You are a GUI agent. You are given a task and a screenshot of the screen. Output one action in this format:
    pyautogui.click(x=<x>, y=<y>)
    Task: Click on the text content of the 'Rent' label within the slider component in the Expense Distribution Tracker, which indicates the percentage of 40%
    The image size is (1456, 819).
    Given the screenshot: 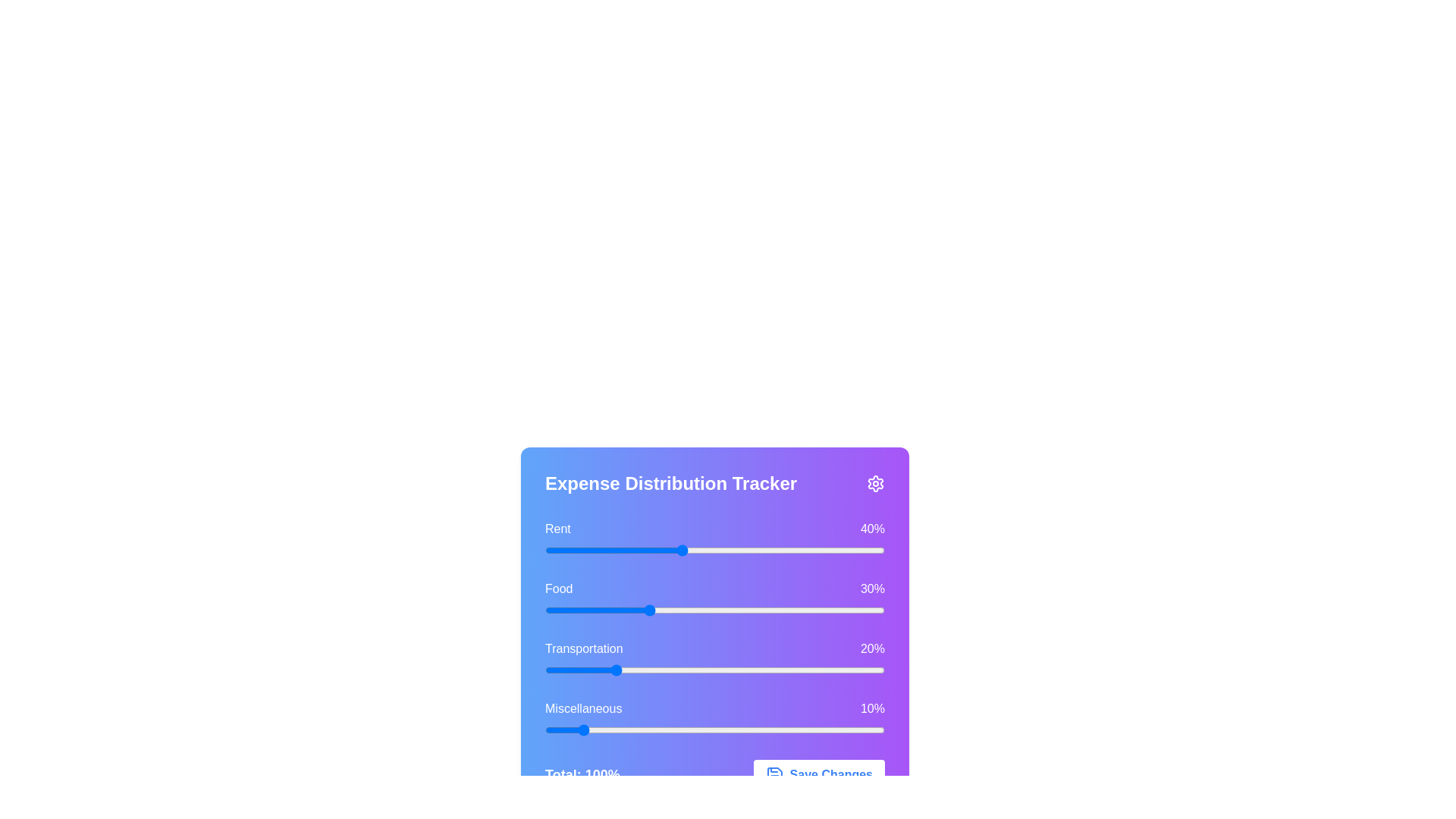 What is the action you would take?
    pyautogui.click(x=714, y=529)
    